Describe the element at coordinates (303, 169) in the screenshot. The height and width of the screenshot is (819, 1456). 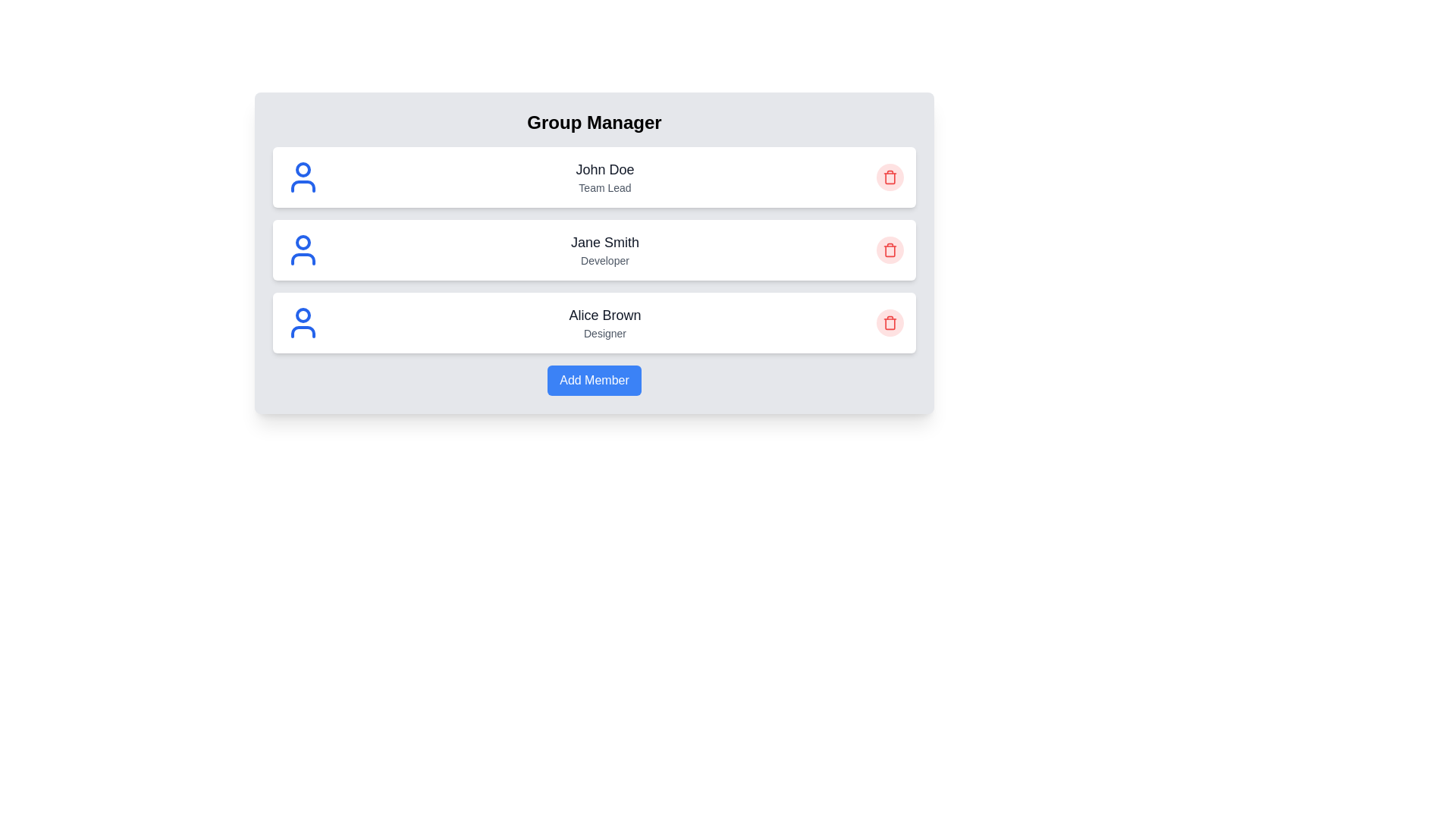
I see `the SVG circle element that represents the user icon, located on the left side of the first row in the list of user profiles within the 'Group Manager' section` at that location.